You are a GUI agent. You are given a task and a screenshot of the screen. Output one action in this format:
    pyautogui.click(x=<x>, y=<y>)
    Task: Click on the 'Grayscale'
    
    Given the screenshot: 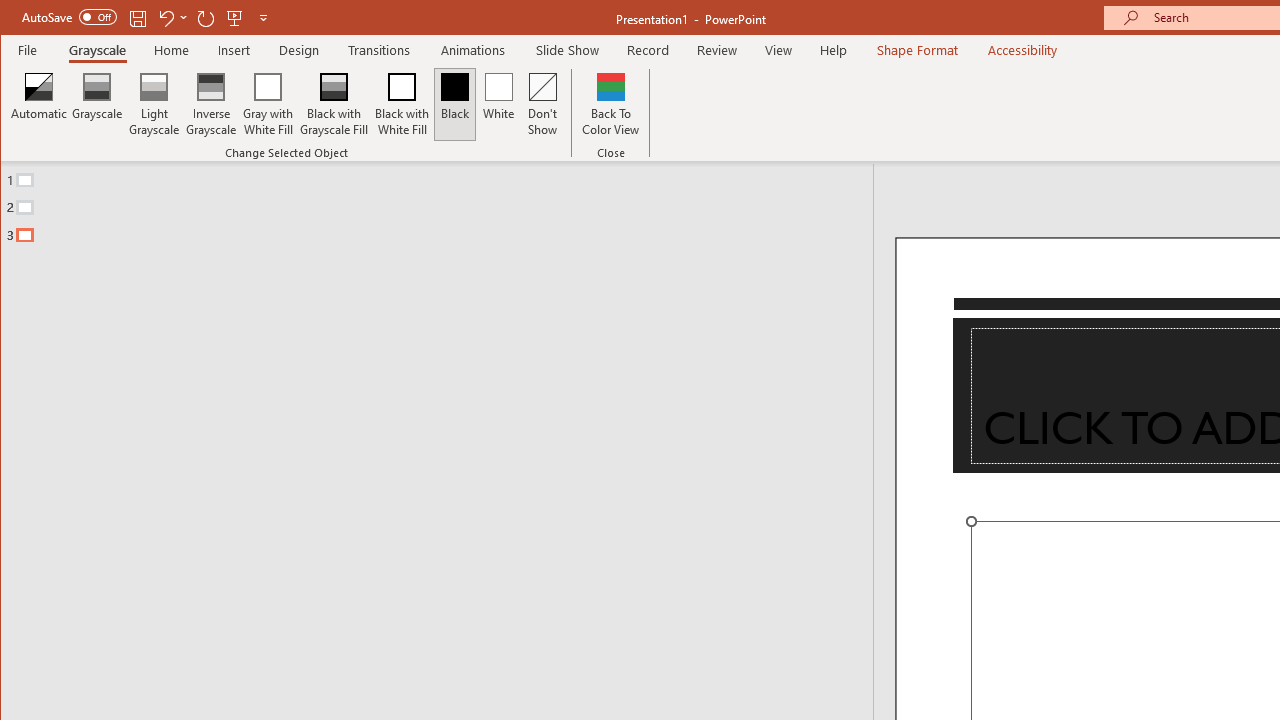 What is the action you would take?
    pyautogui.click(x=96, y=104)
    